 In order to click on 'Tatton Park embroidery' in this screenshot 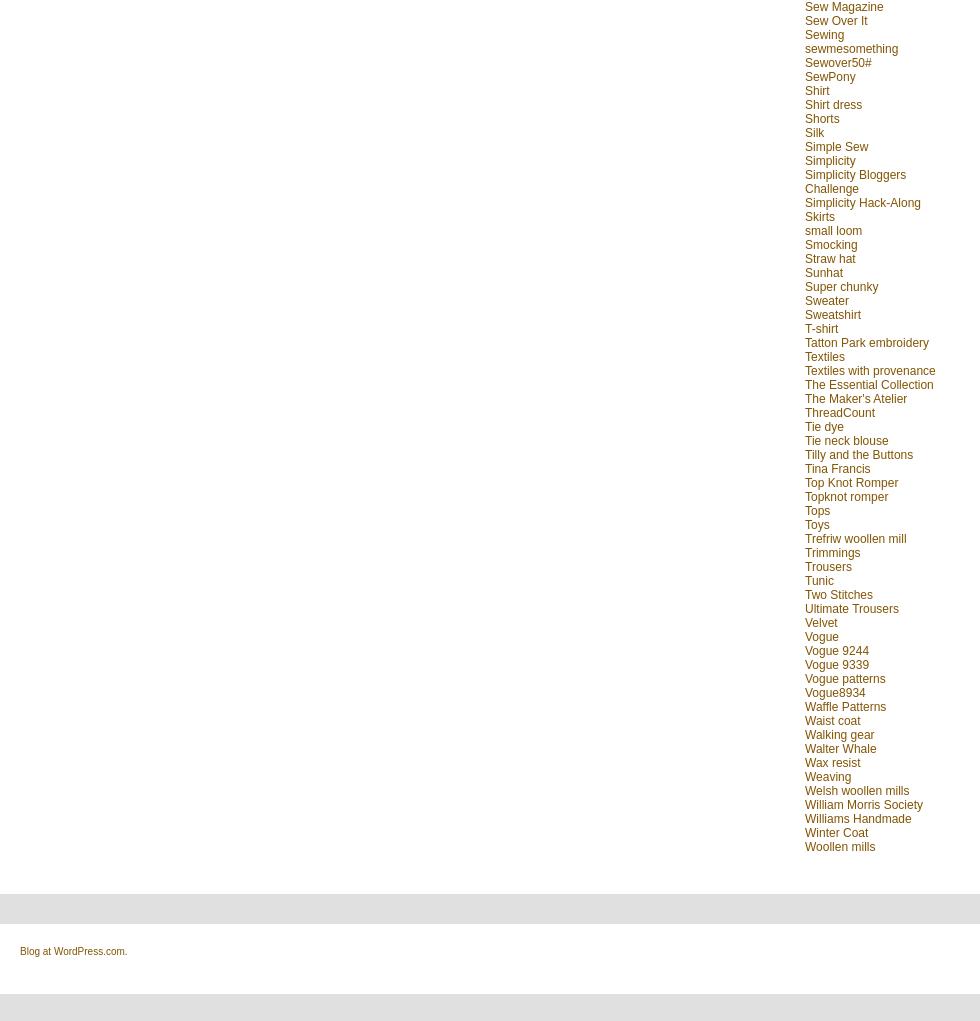, I will do `click(867, 341)`.